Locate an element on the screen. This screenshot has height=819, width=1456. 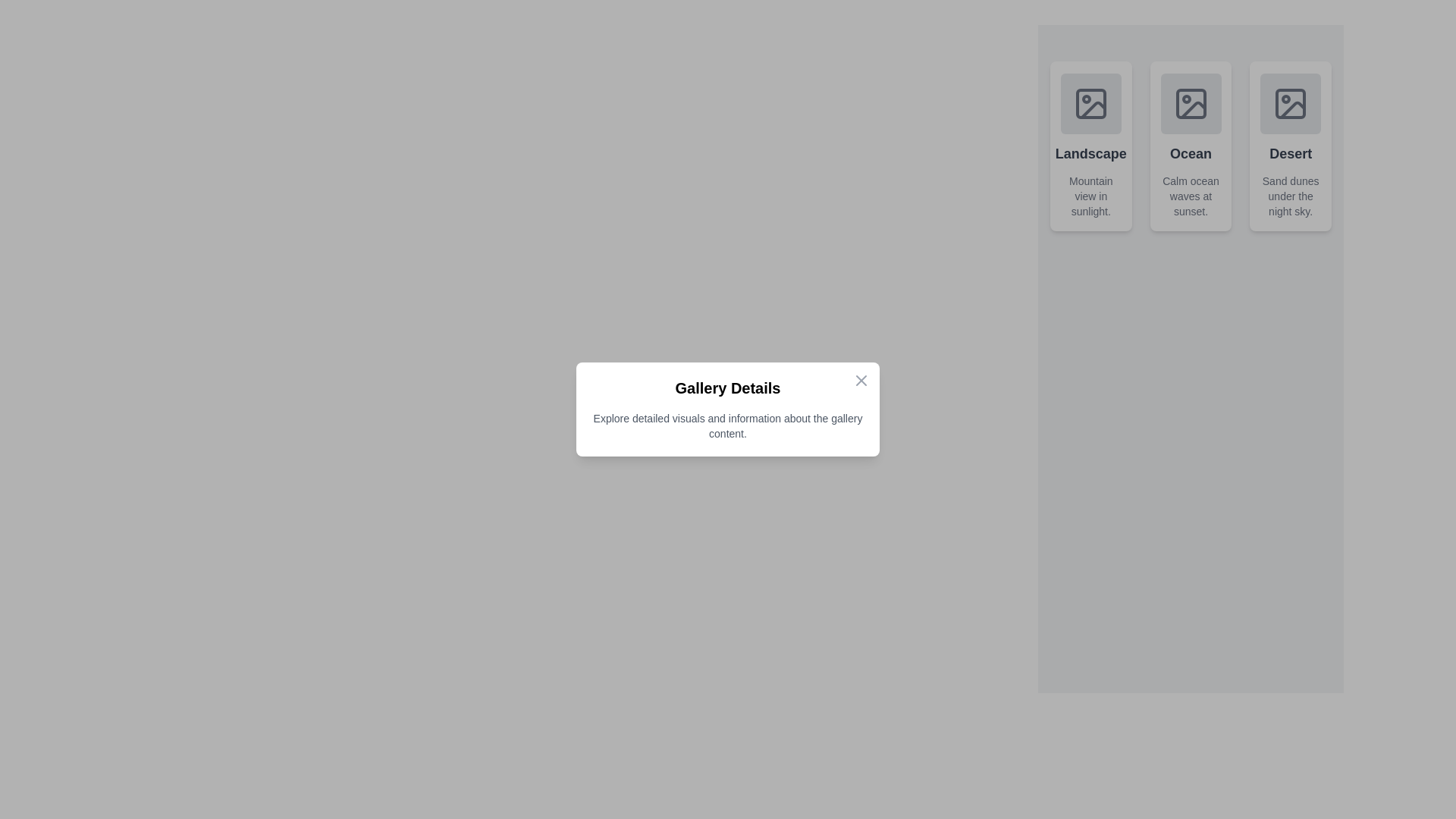
text label displaying 'Desert' which is bold and large, located centrally above the subtitle in the third card from the left is located at coordinates (1290, 154).